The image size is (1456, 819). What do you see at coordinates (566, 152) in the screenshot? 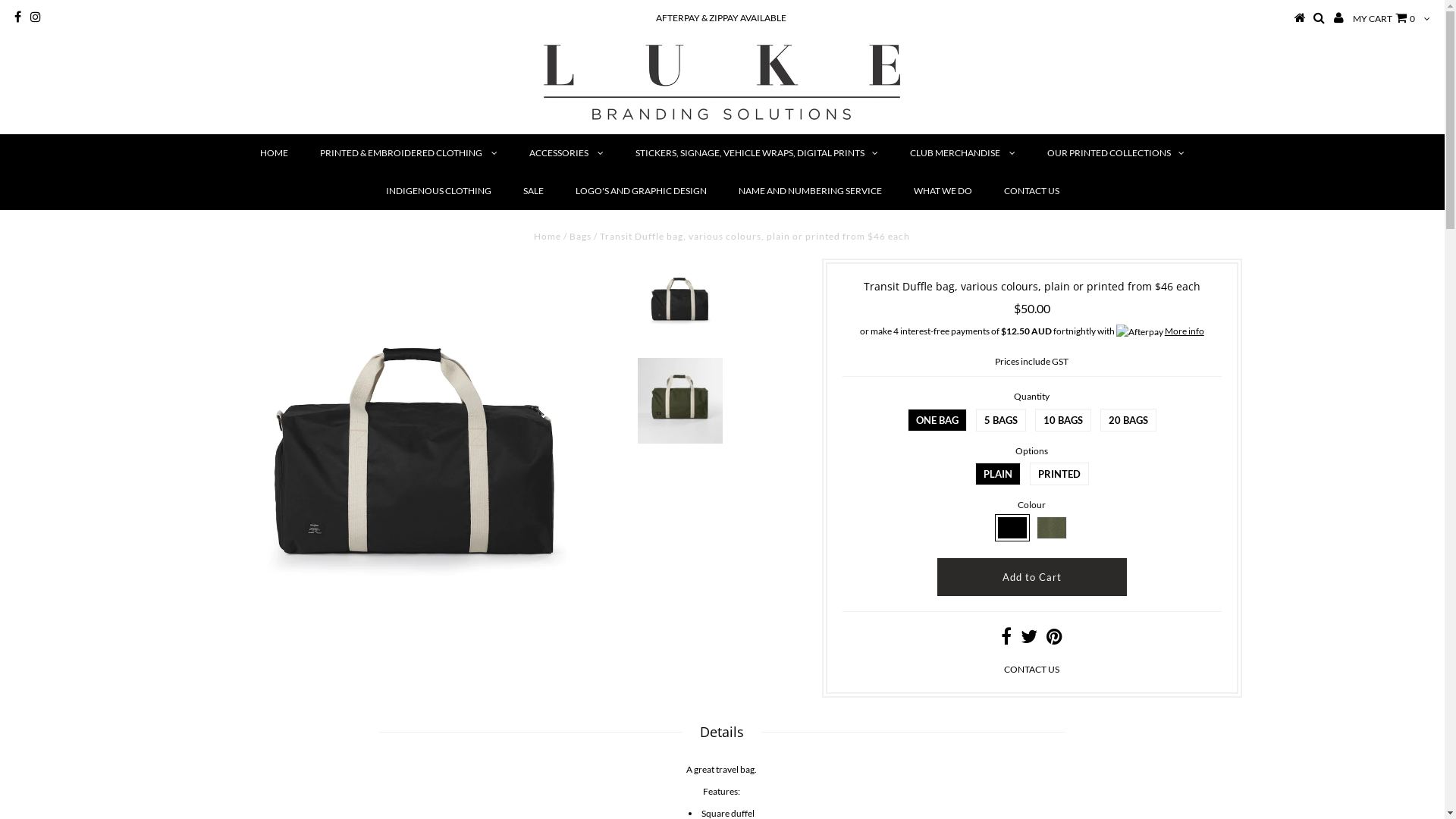
I see `'ACCESSORIES'` at bounding box center [566, 152].